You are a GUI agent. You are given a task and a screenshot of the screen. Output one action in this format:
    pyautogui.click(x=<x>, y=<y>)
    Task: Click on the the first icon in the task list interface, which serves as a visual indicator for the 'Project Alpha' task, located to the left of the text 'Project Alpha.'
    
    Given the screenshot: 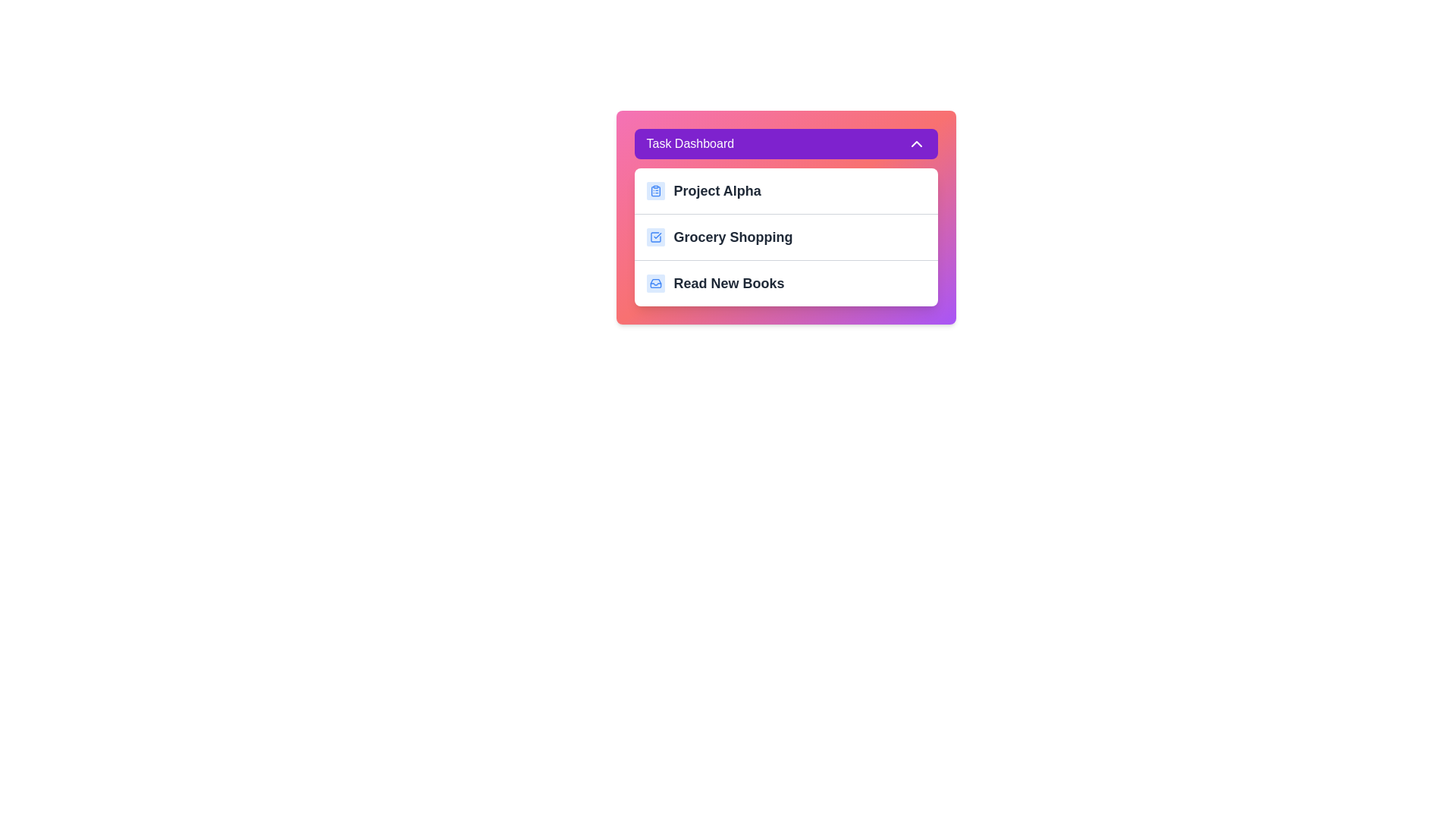 What is the action you would take?
    pyautogui.click(x=655, y=190)
    